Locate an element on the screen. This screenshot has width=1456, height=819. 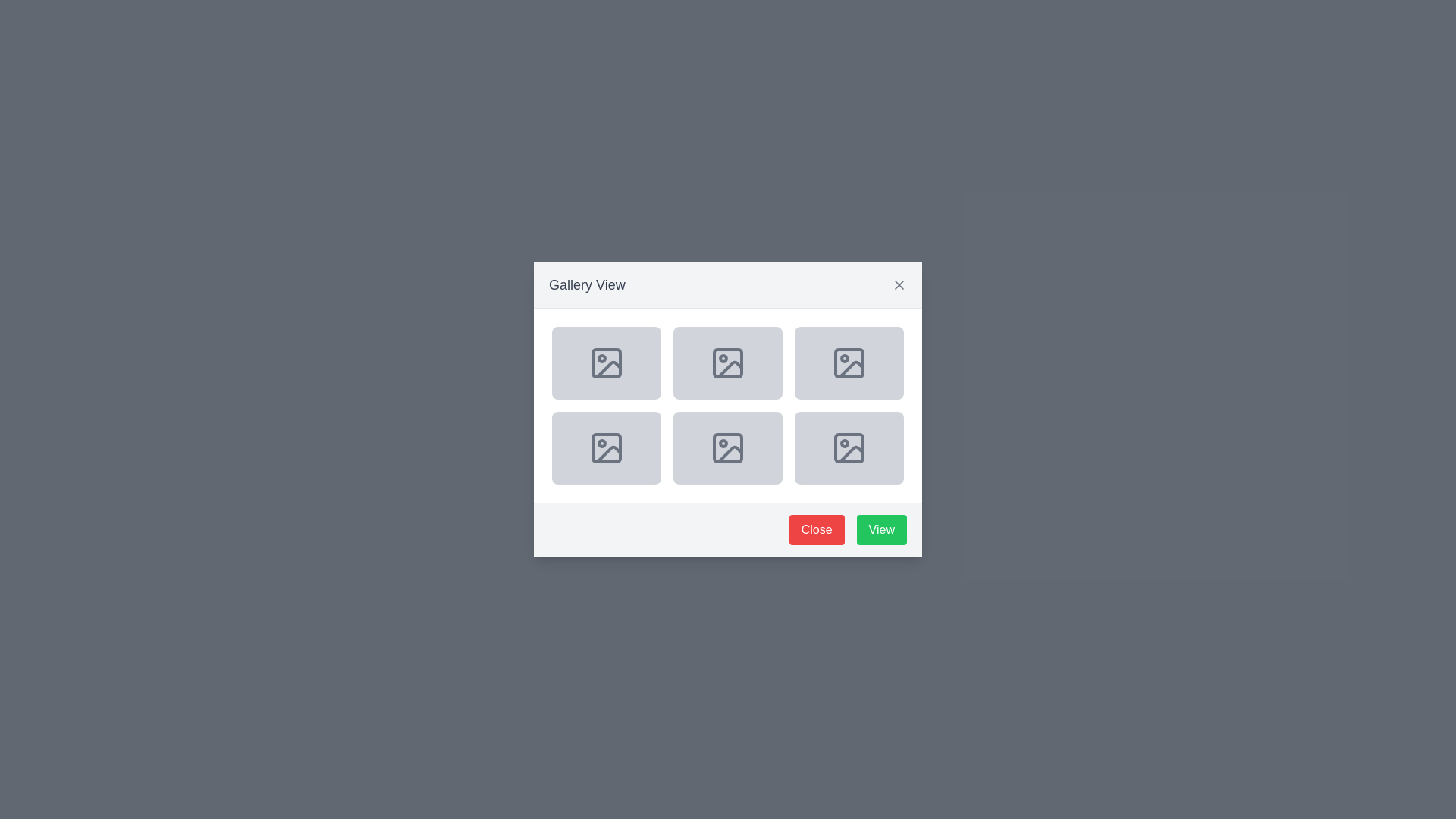
the decorative subcomponent within the fourth icon located at the bottom-left cell of the grid layout in the modal is located at coordinates (728, 447).